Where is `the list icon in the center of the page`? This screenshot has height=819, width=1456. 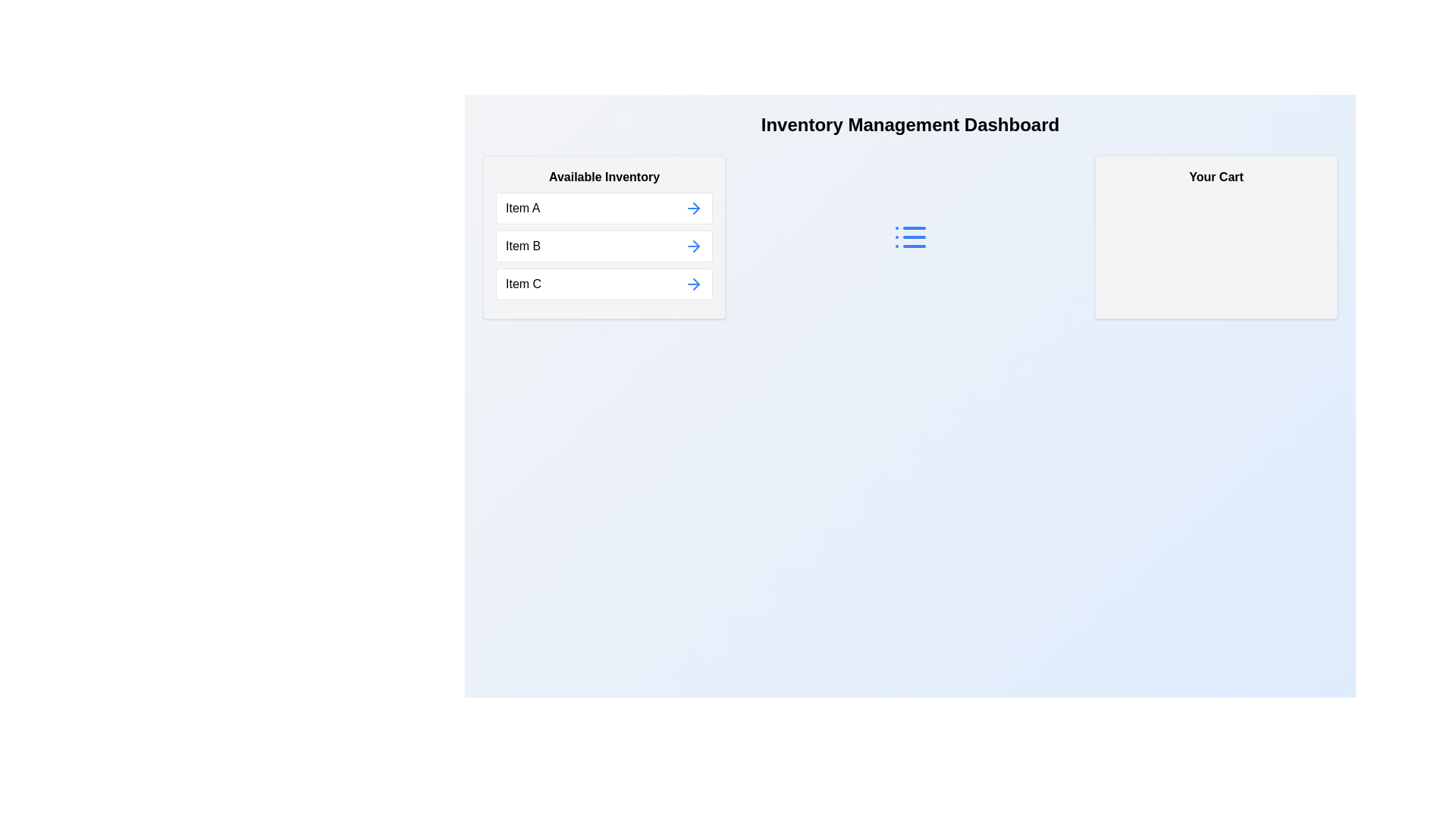
the list icon in the center of the page is located at coordinates (910, 237).